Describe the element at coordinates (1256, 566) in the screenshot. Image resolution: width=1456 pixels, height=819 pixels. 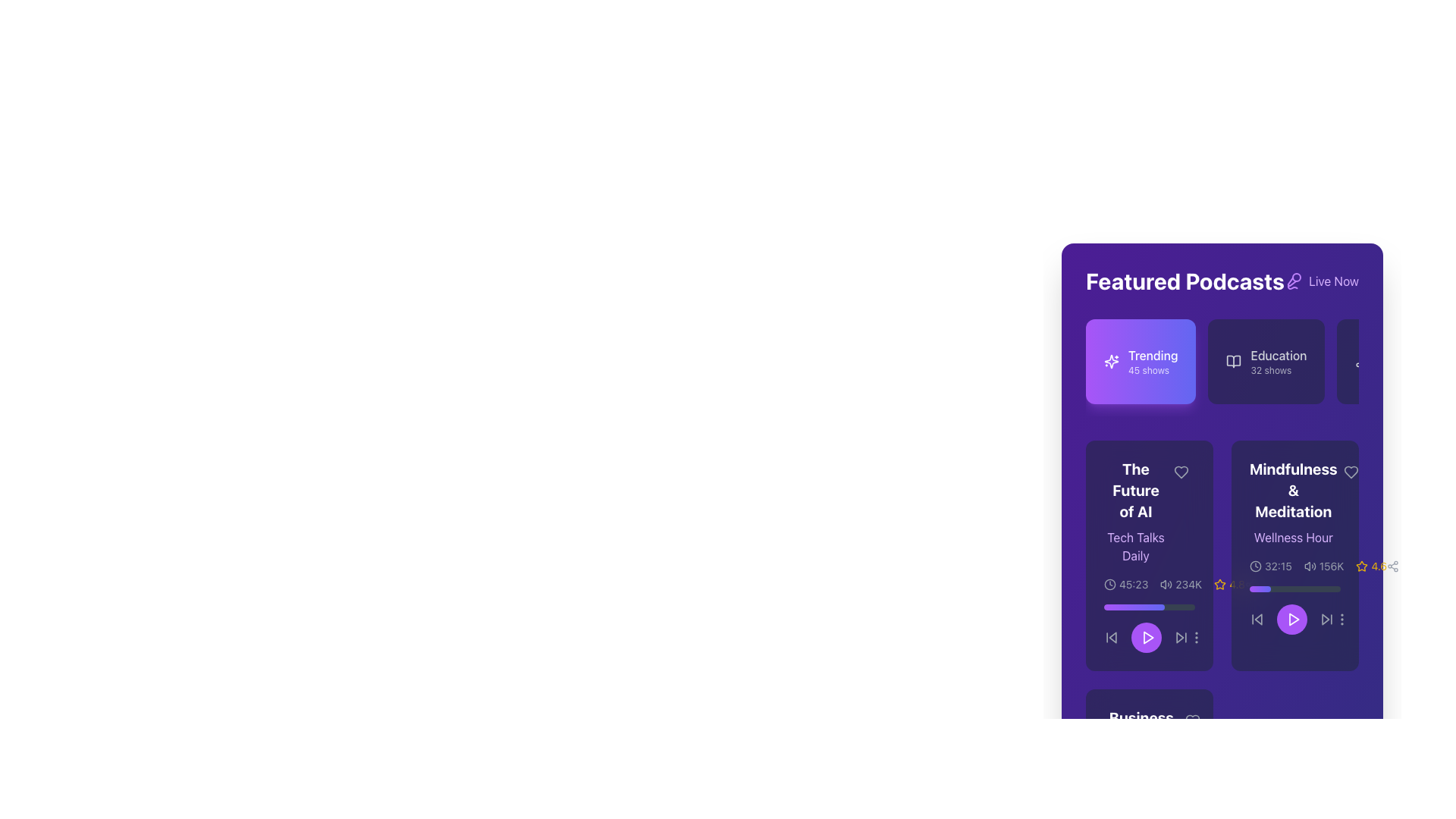
I see `the clock icon located to the left of the textual component '32:15', which is styled with a circular boundary and internal clock hands` at that location.